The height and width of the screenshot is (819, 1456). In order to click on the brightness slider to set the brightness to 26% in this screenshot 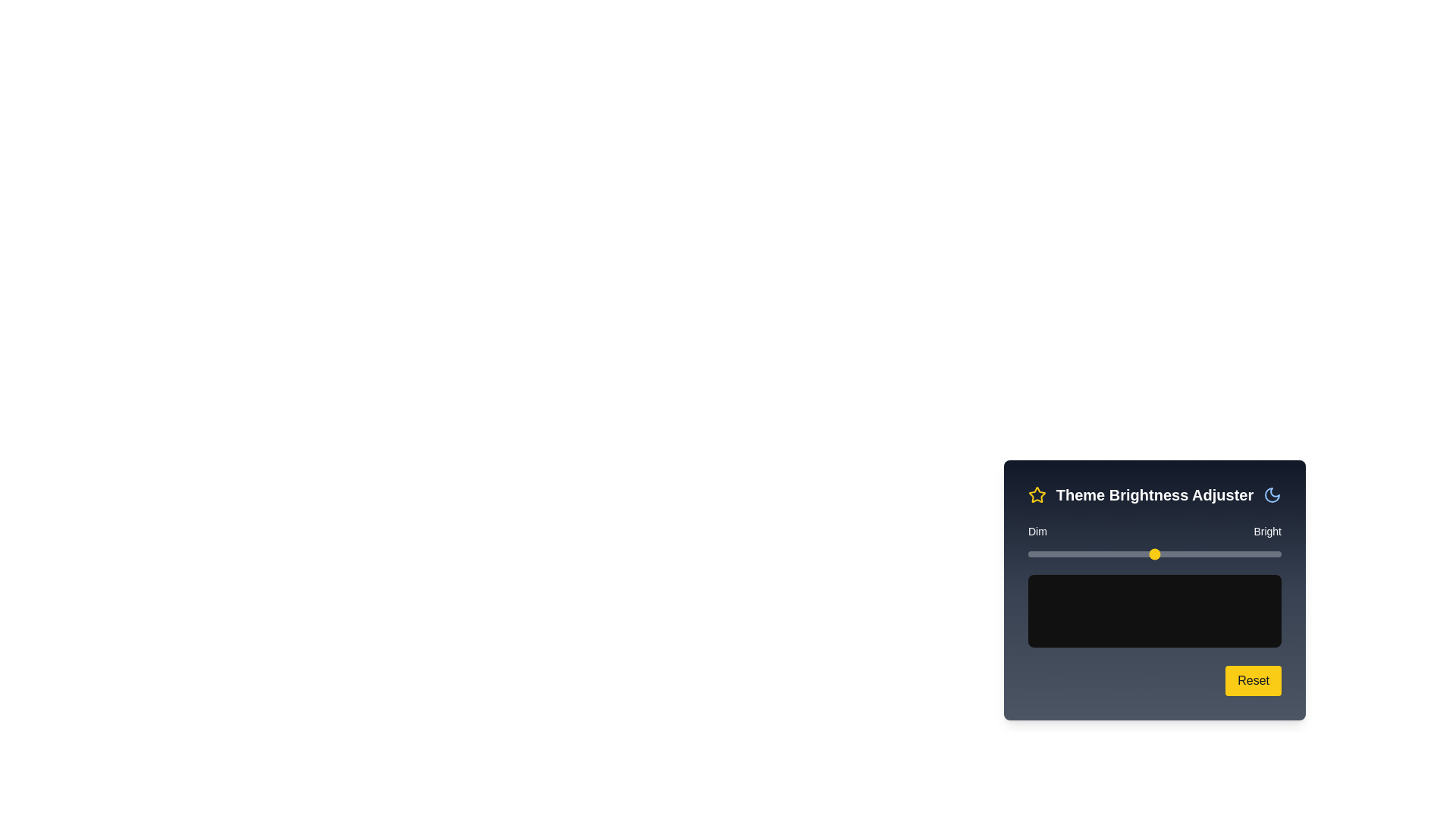, I will do `click(1094, 554)`.